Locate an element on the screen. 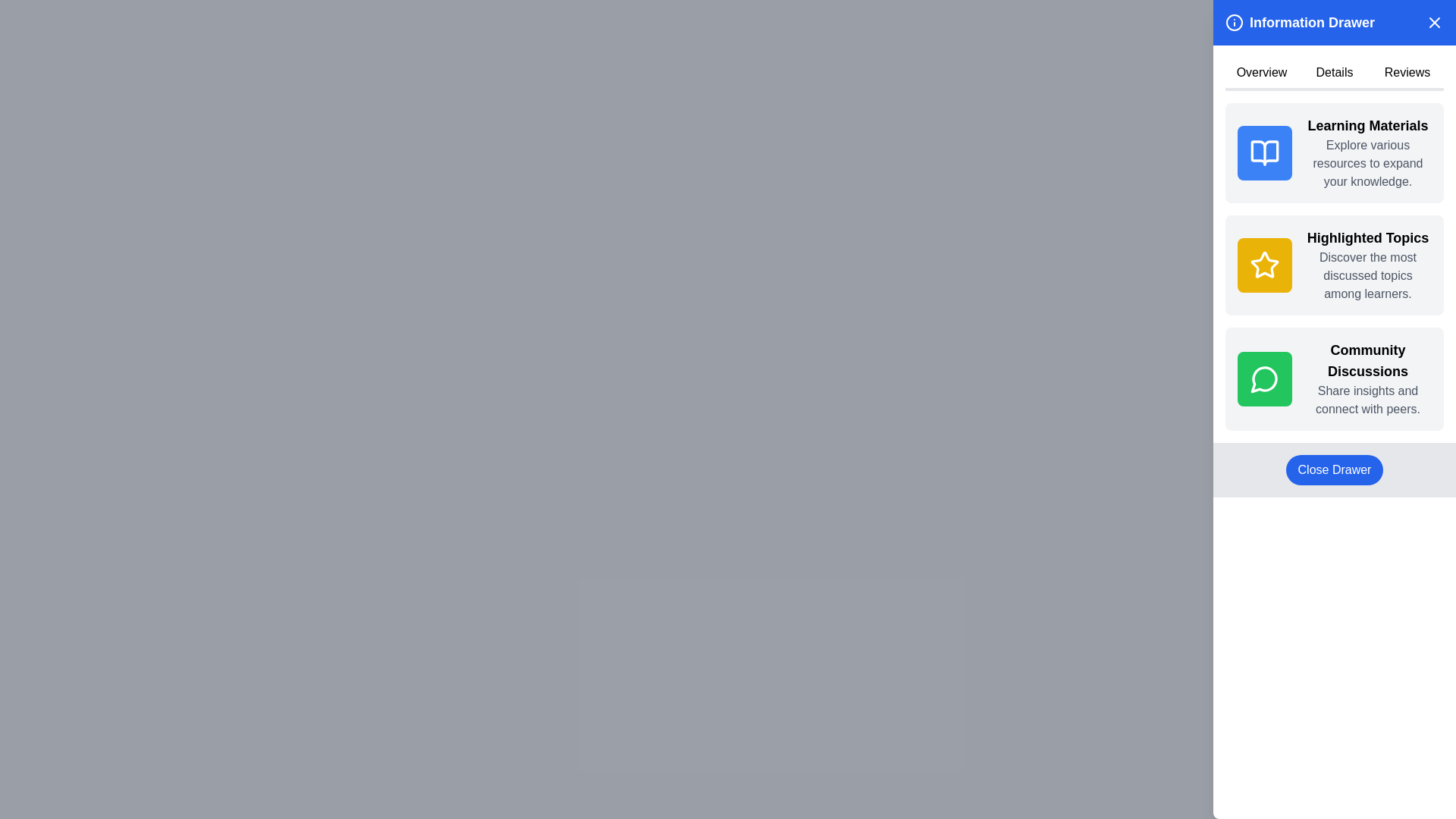  the open book icon with a blue background located on the topmost card titled 'Learning Materials' in the central column of the sidebar is located at coordinates (1265, 152).